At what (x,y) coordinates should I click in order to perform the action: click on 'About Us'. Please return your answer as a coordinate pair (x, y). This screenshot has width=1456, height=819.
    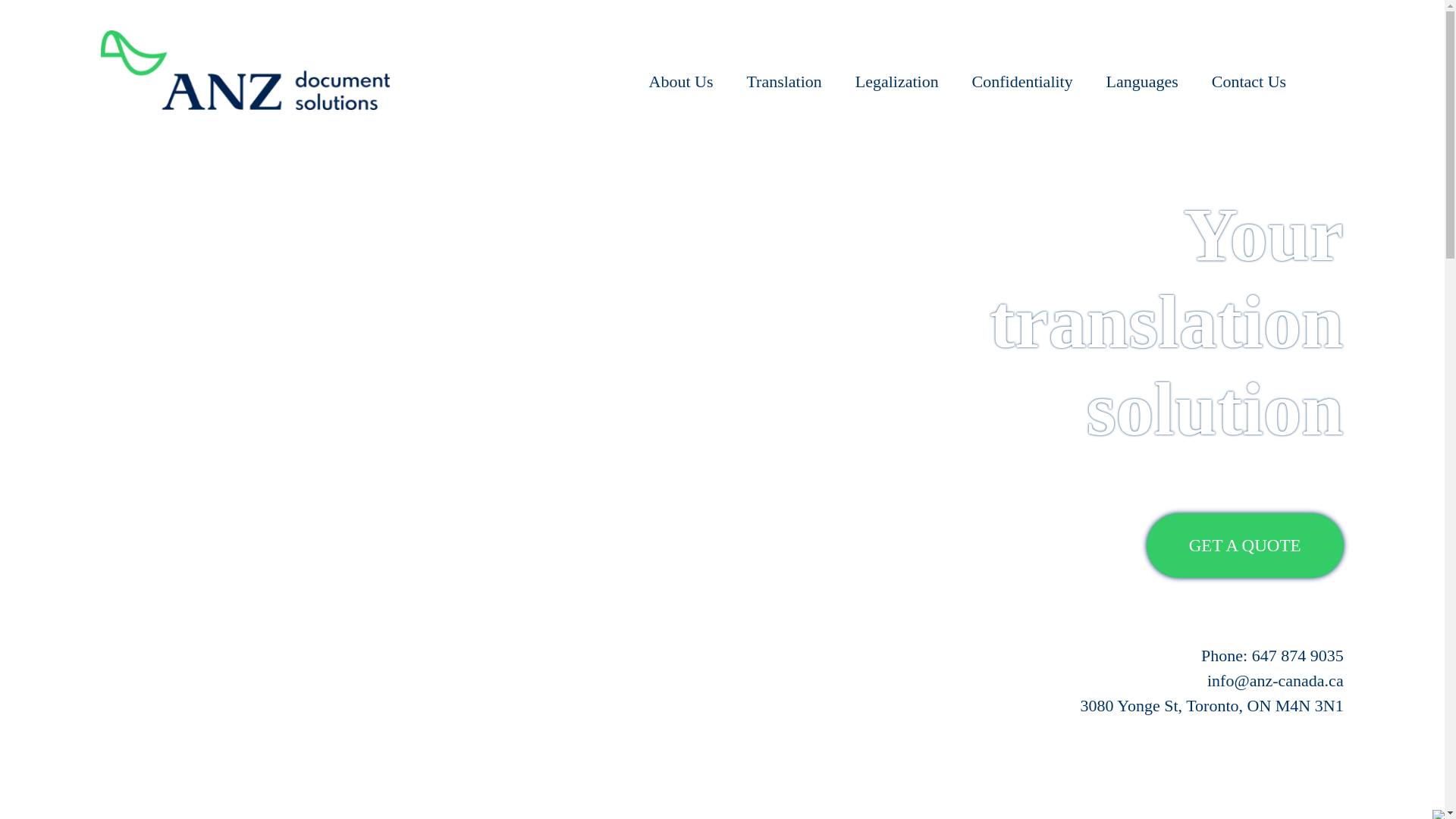
    Looking at the image, I should click on (648, 74).